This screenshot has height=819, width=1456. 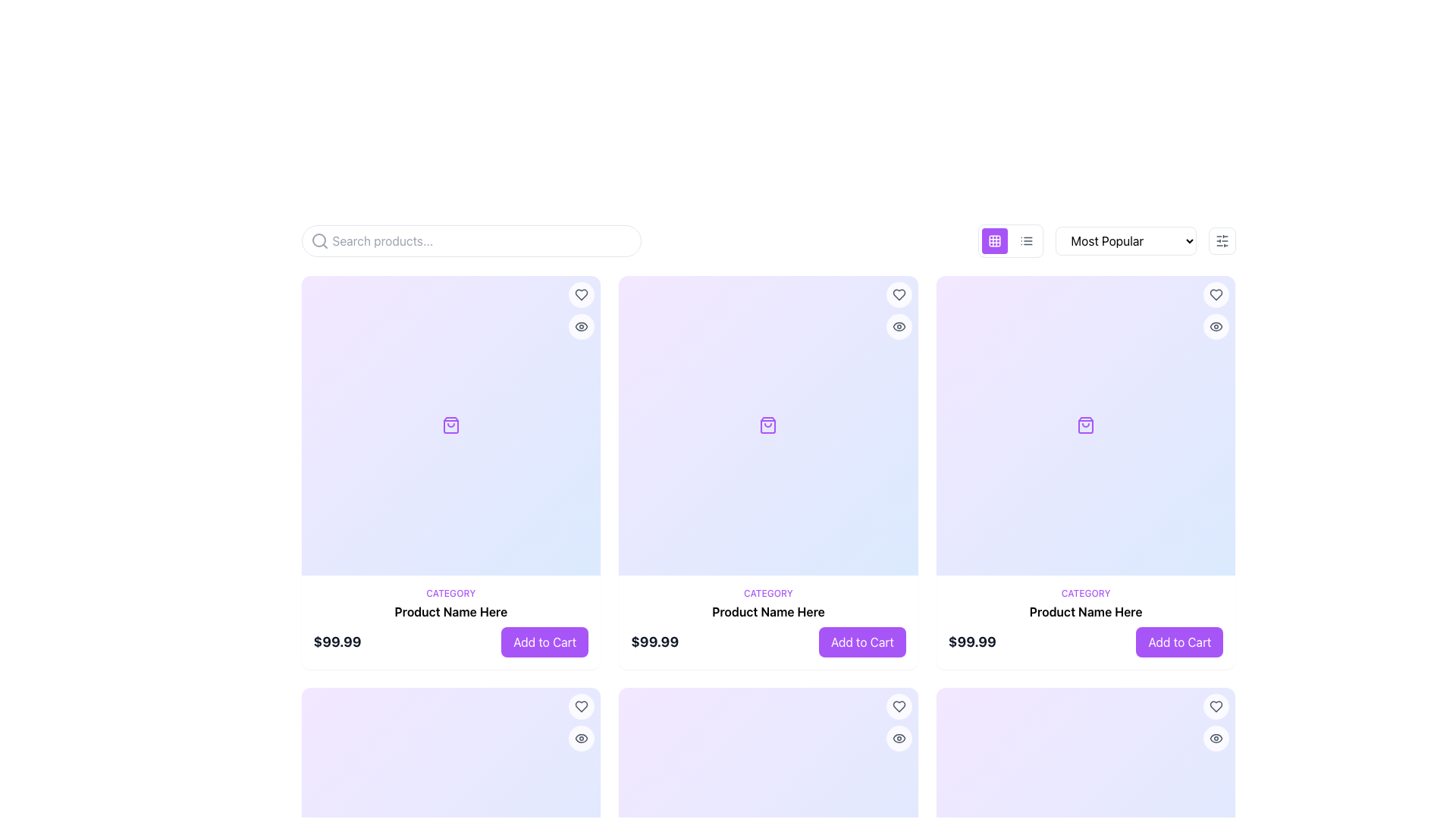 I want to click on the text label displaying 'CATEGORY', which is styled in purple with a small font size and positioned above the product name in the product card interface, so click(x=1085, y=592).